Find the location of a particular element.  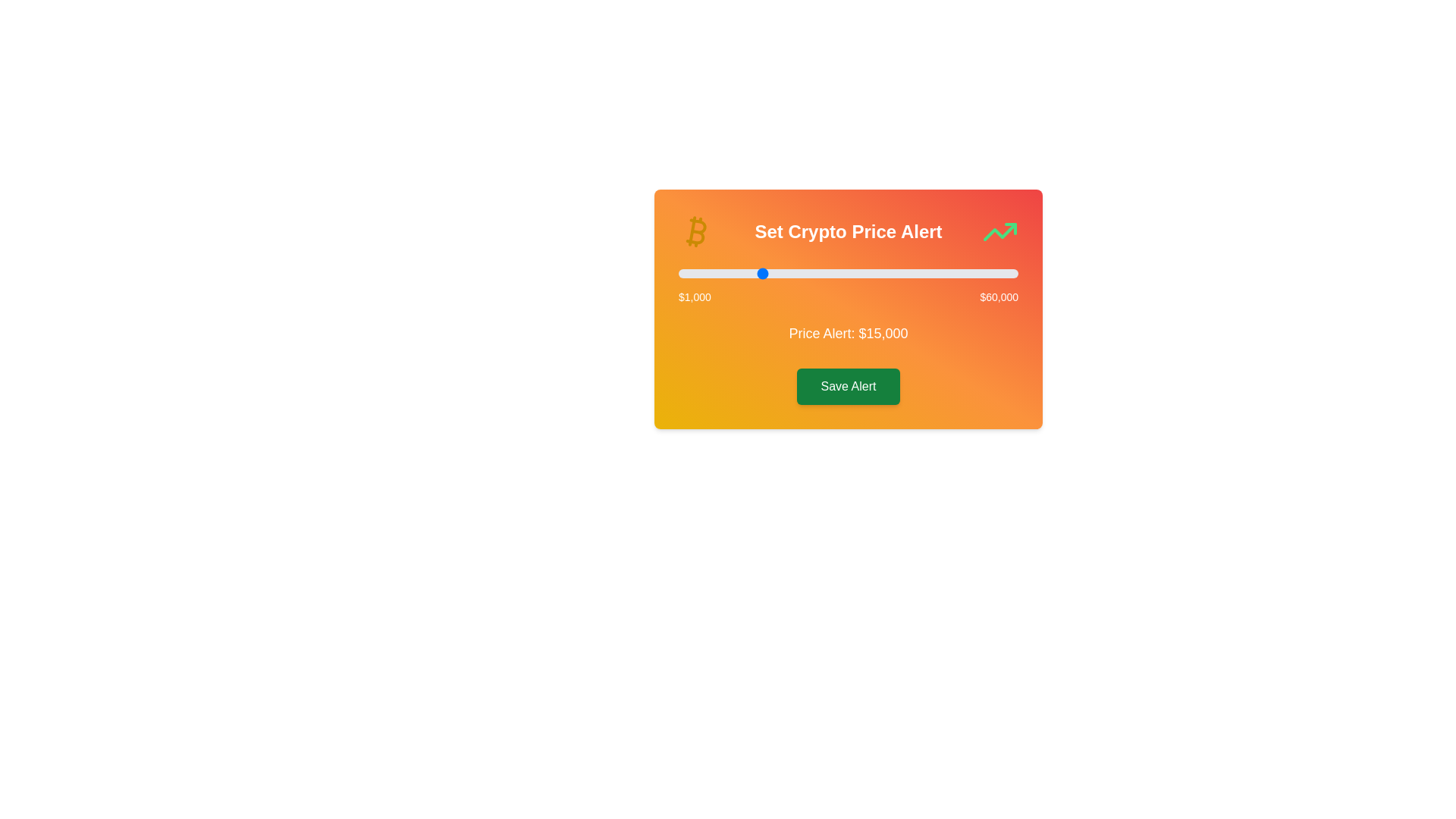

the minimum value label to highlight it is located at coordinates (694, 297).